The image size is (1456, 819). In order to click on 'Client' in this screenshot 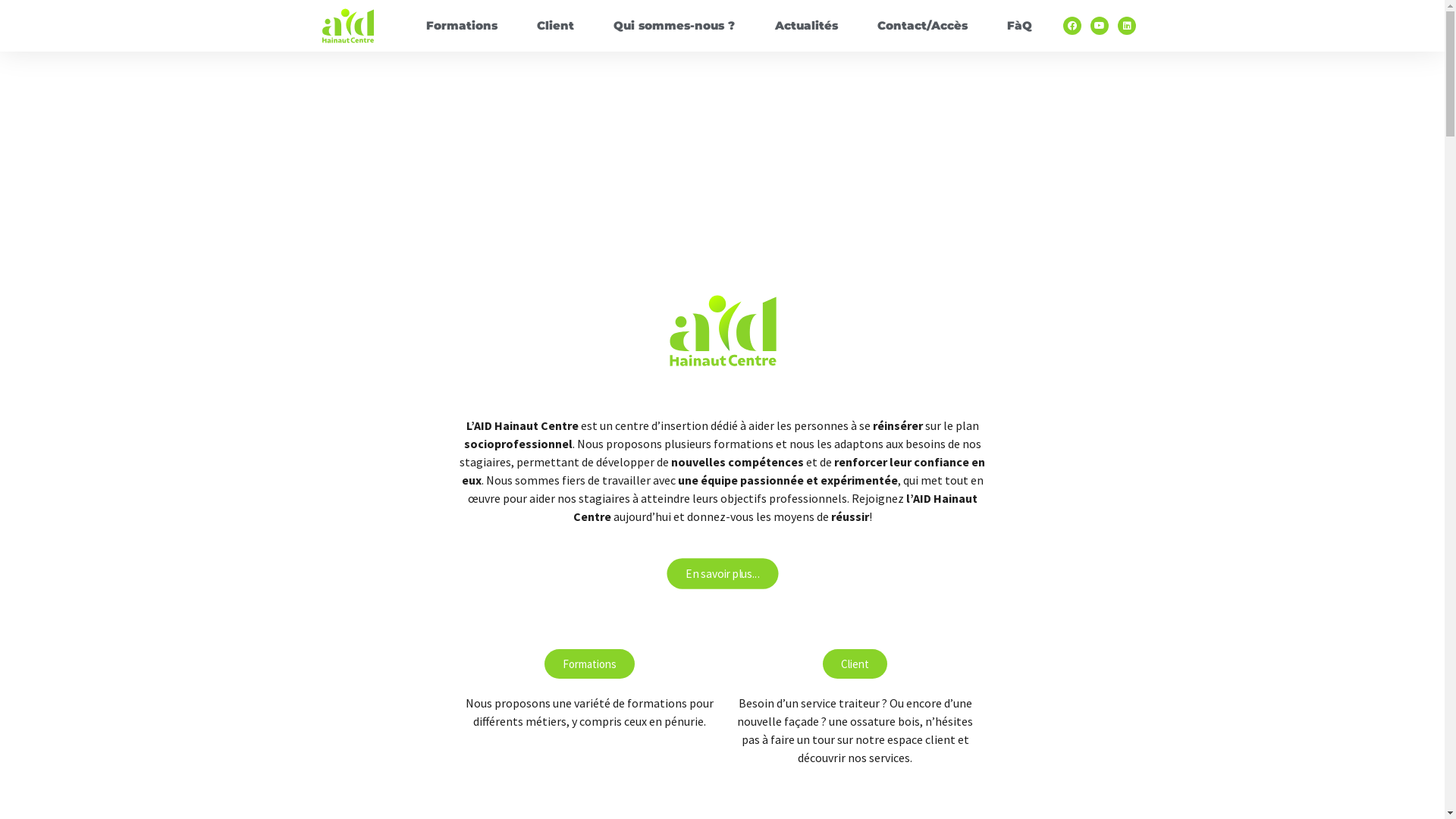, I will do `click(821, 663)`.